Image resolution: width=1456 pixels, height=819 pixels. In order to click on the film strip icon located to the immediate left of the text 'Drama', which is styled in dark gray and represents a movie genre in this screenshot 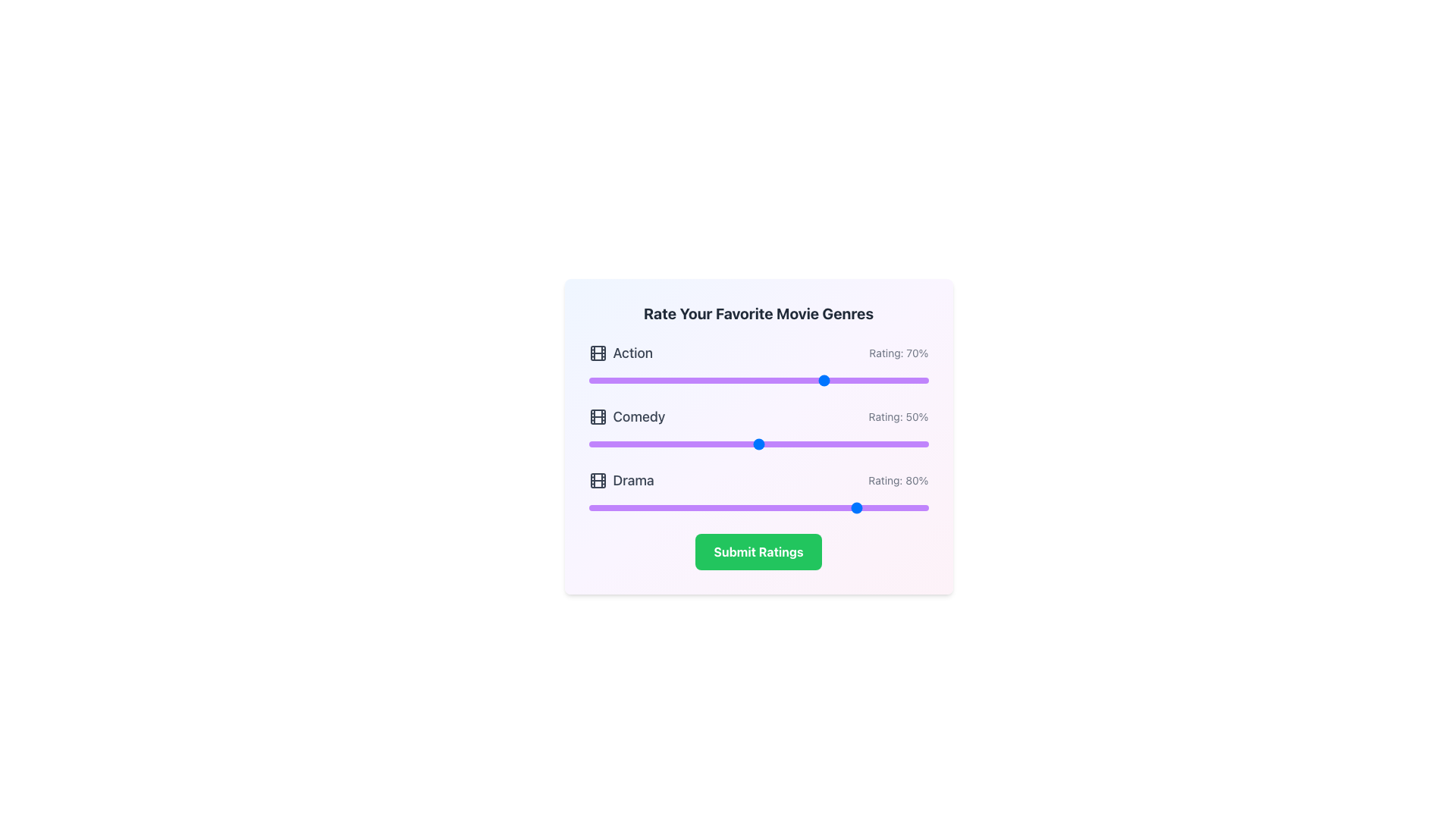, I will do `click(597, 480)`.